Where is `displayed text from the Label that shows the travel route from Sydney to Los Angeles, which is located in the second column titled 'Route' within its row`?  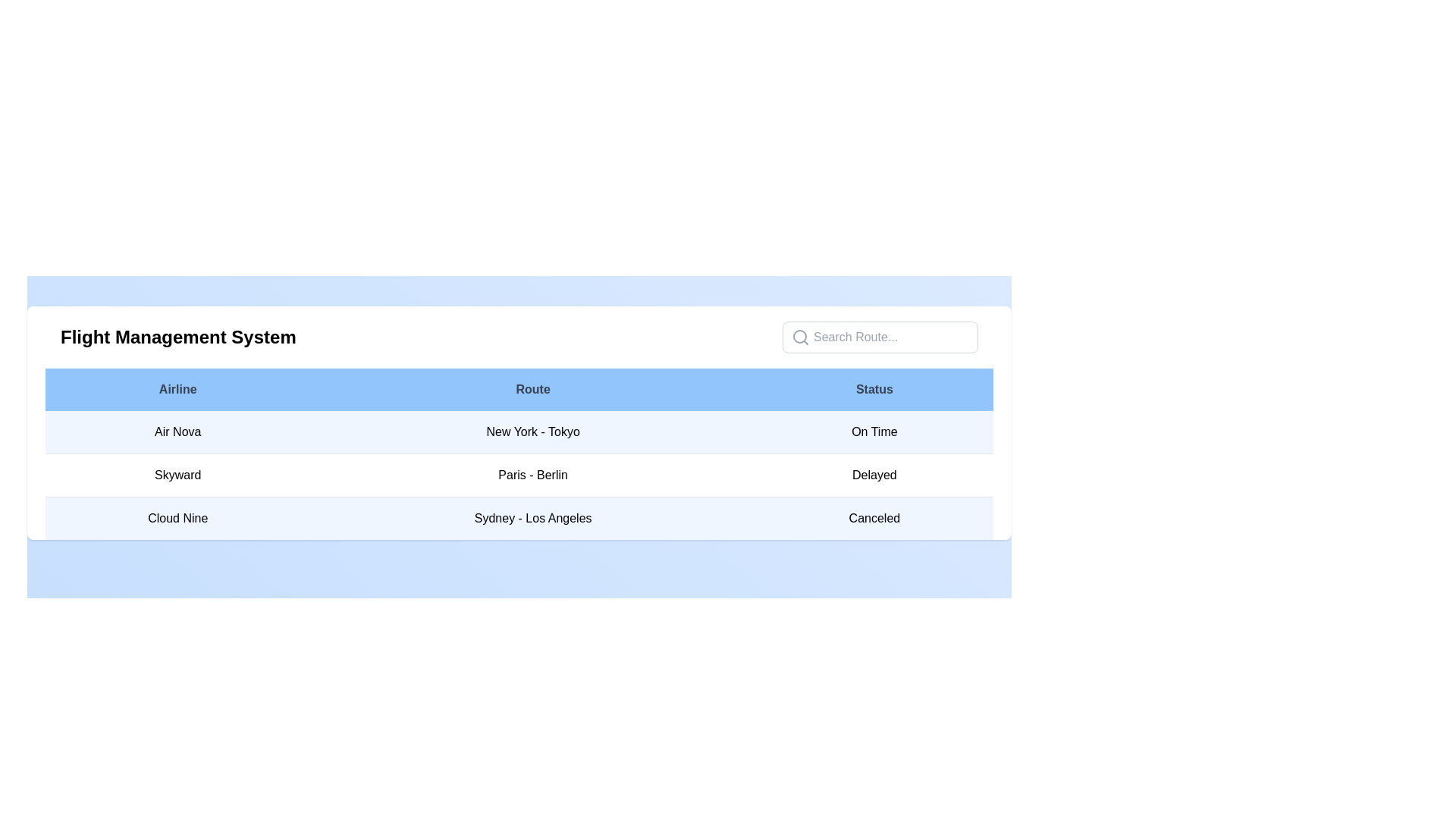
displayed text from the Label that shows the travel route from Sydney to Los Angeles, which is located in the second column titled 'Route' within its row is located at coordinates (533, 517).